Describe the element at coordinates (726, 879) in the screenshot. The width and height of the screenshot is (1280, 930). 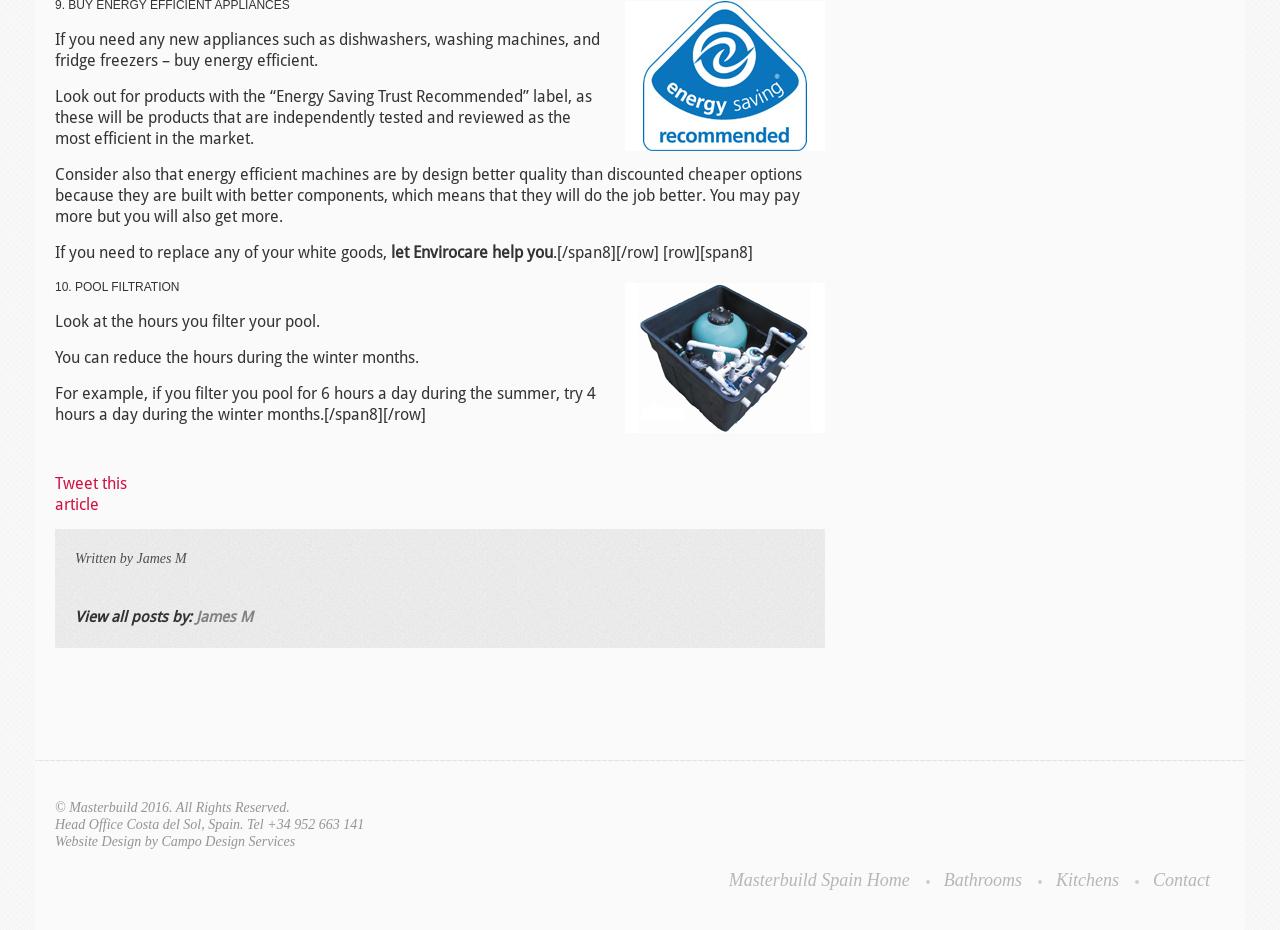
I see `'Masterbuild Spain Home'` at that location.